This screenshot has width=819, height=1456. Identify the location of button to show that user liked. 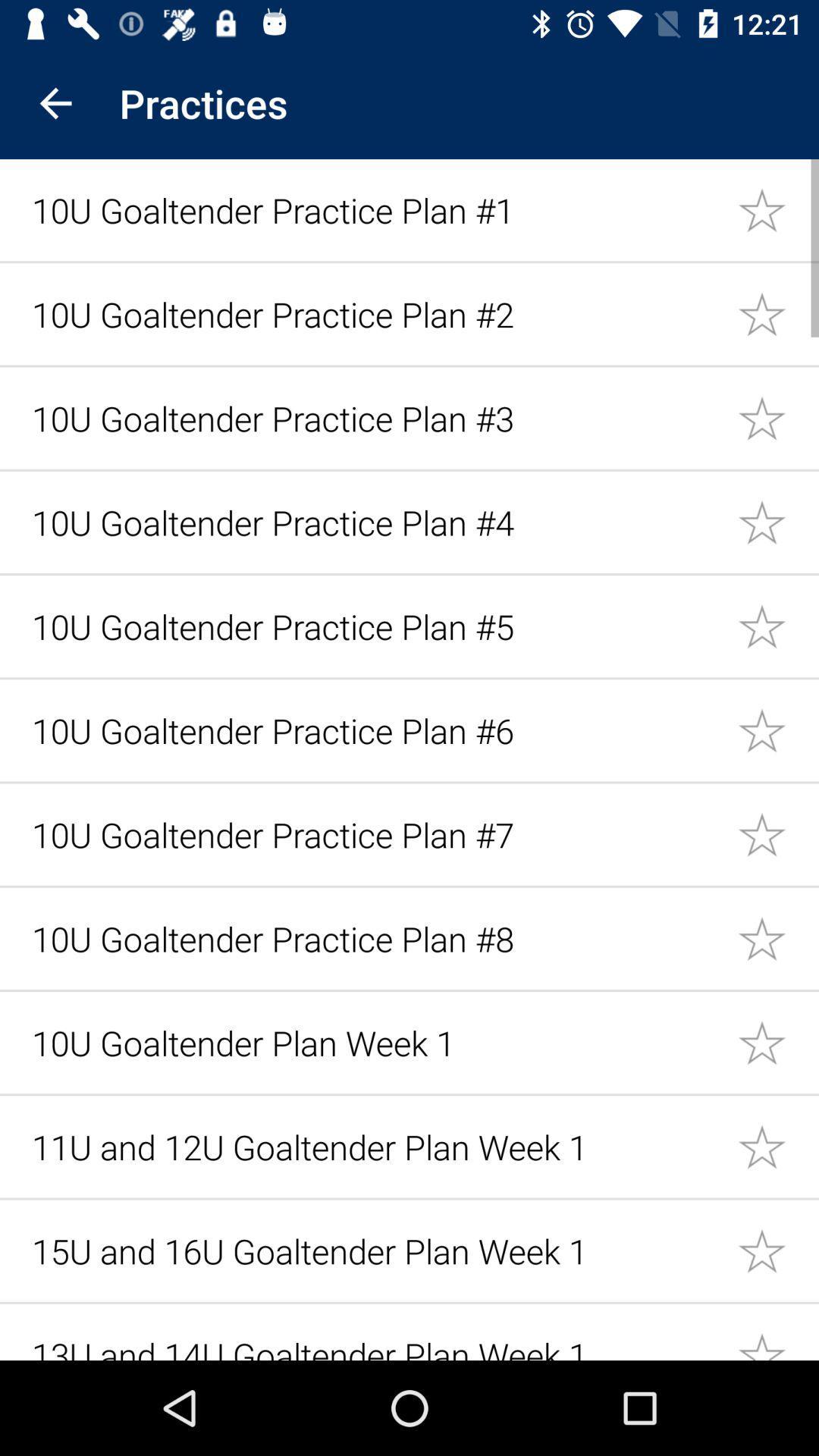
(778, 312).